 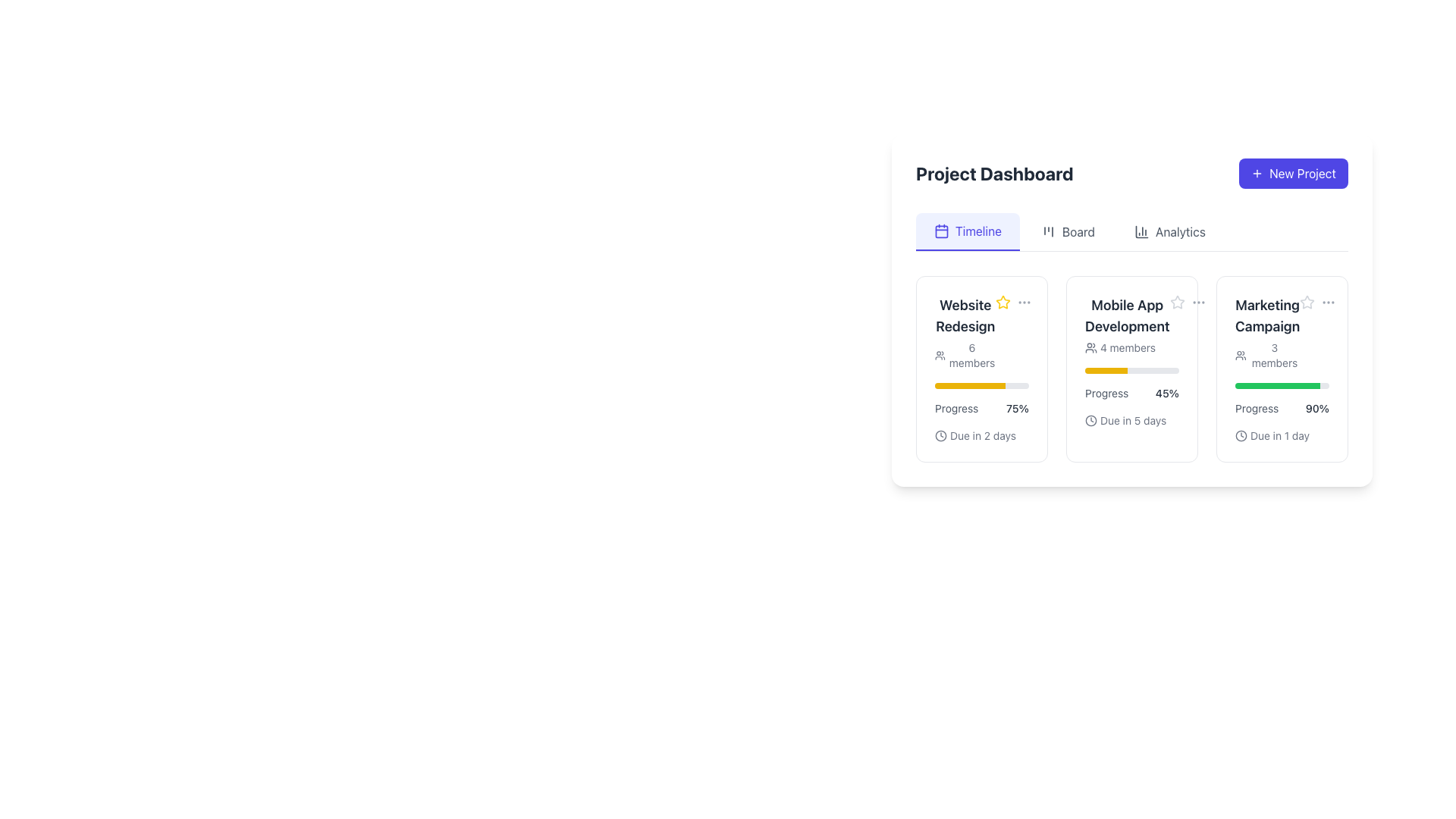 What do you see at coordinates (1328, 302) in the screenshot?
I see `the options menu icon, which is a small icon with three horizontally aligned gray dots located in the top-right corner of the 'Marketing Campaign' card` at bounding box center [1328, 302].